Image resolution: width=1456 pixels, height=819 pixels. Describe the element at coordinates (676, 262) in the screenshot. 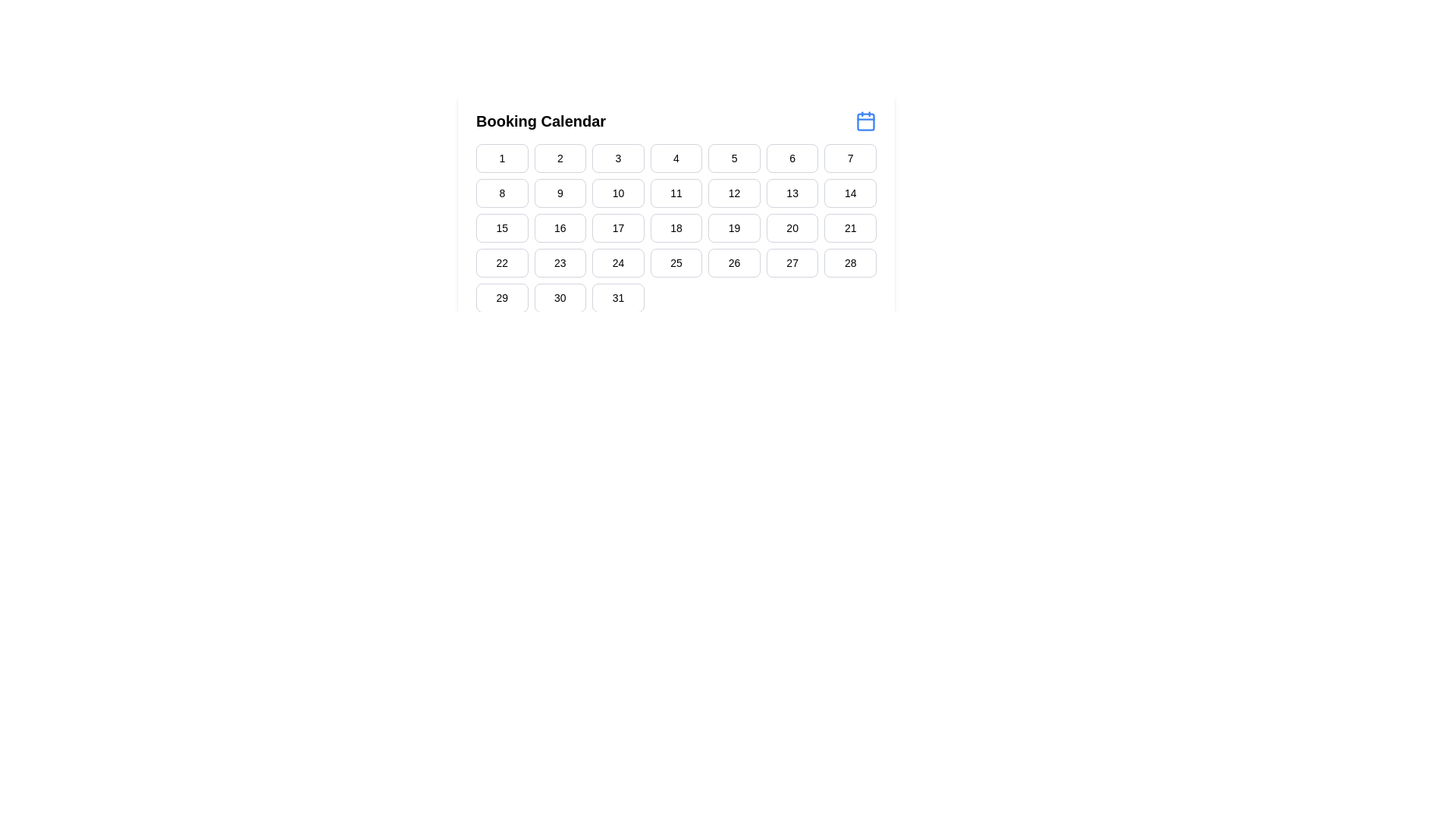

I see `the button representing the 25th day in the booking calendar, which is the fourth item in the fourth row of a grid layout` at that location.